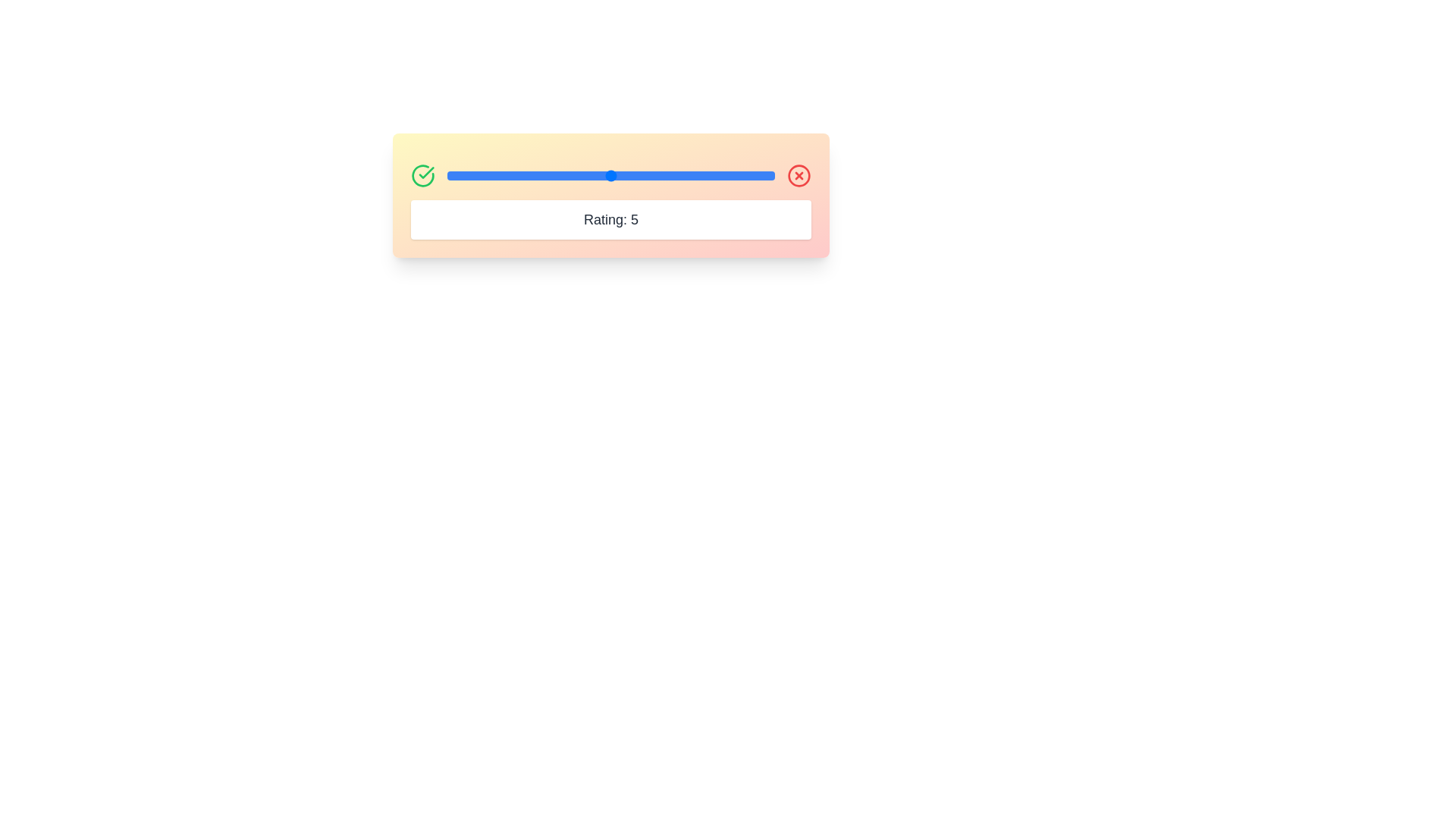 This screenshot has height=819, width=1456. What do you see at coordinates (479, 174) in the screenshot?
I see `the rating` at bounding box center [479, 174].